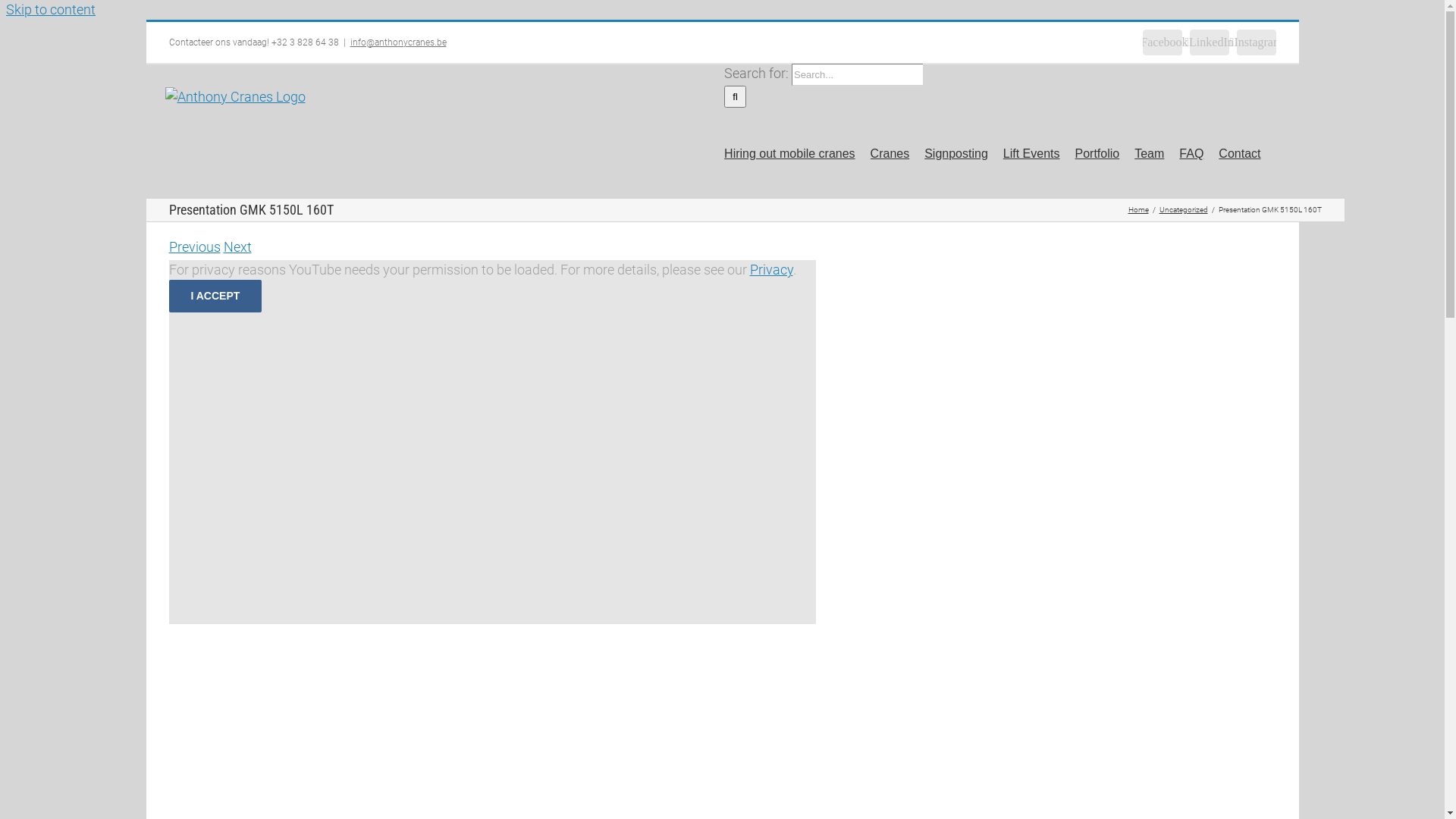 This screenshot has height=819, width=1456. Describe the element at coordinates (1160, 42) in the screenshot. I see `'Facebook'` at that location.